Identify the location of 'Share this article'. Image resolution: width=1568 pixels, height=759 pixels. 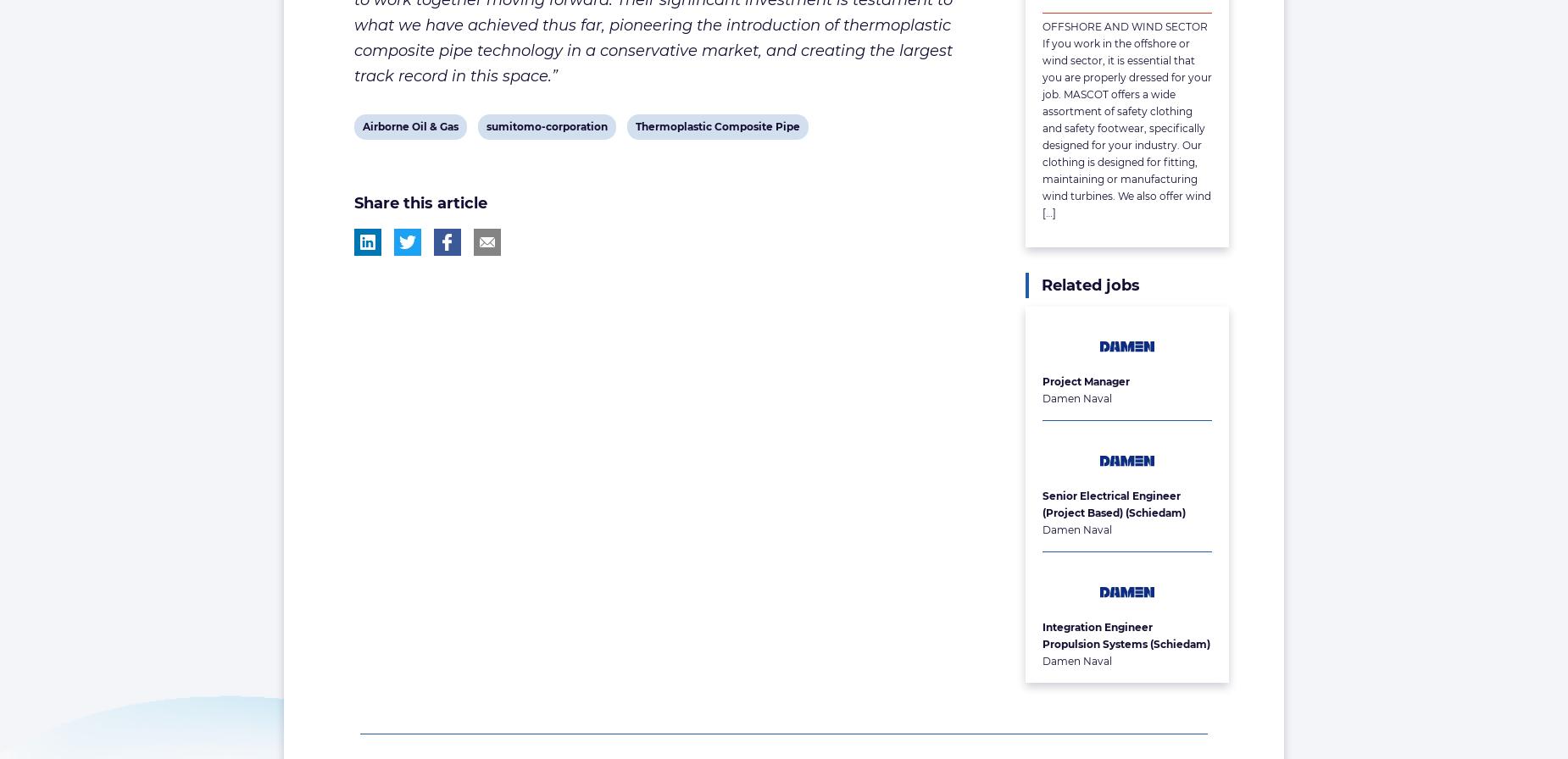
(352, 202).